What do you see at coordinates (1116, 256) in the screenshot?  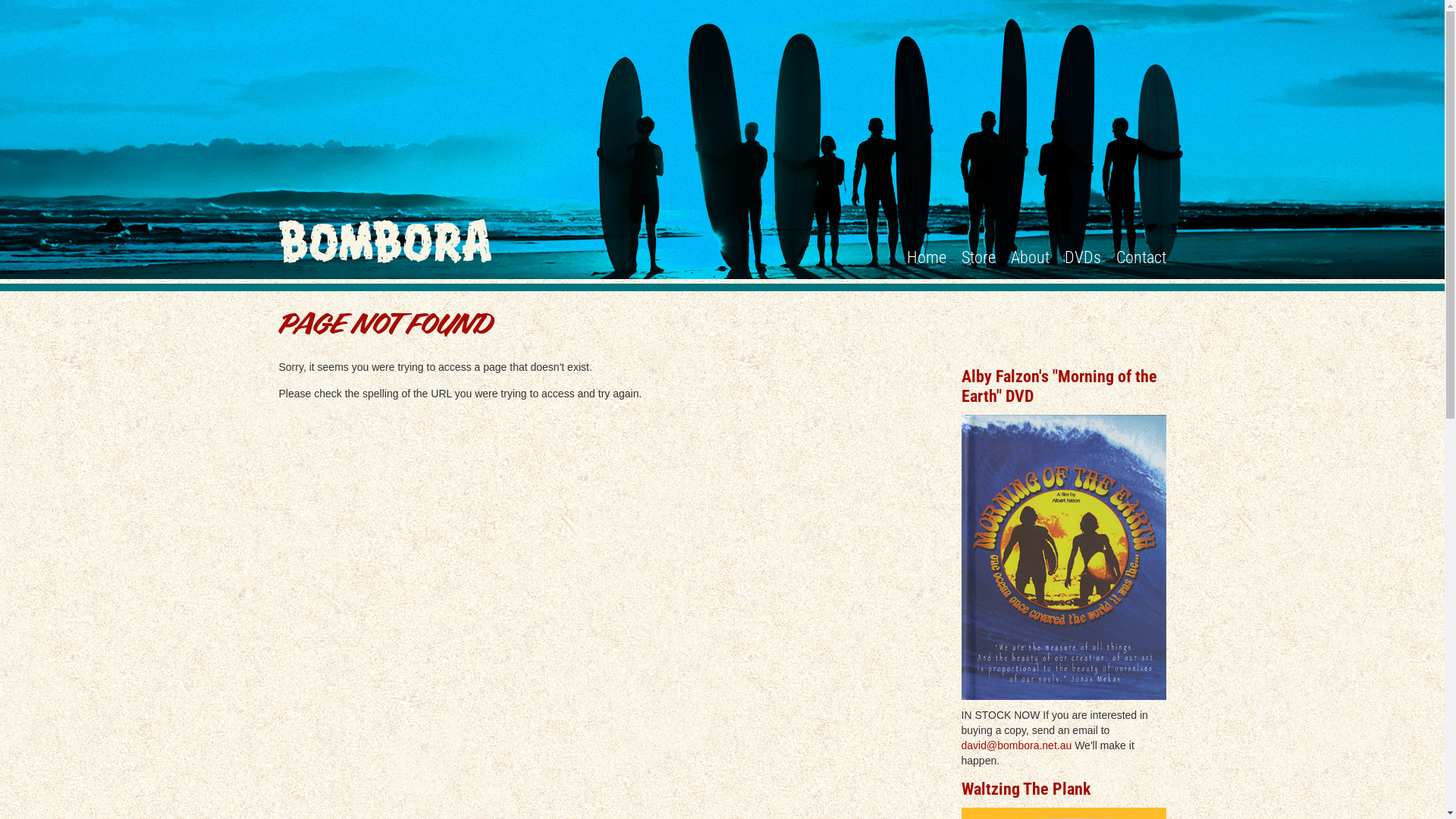 I see `'Contact'` at bounding box center [1116, 256].